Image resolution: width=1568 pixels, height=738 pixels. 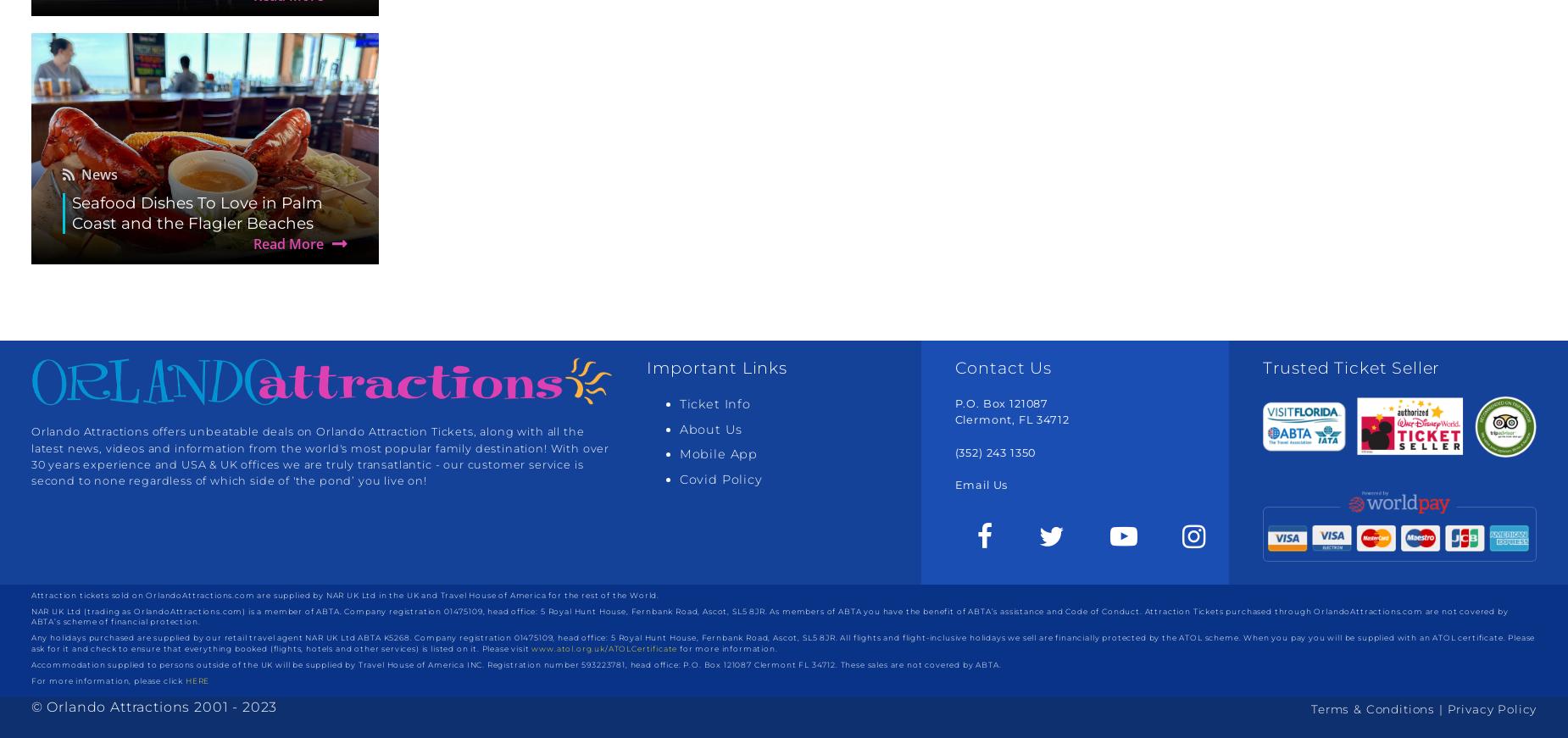 I want to click on 'Covid Policy', so click(x=679, y=479).